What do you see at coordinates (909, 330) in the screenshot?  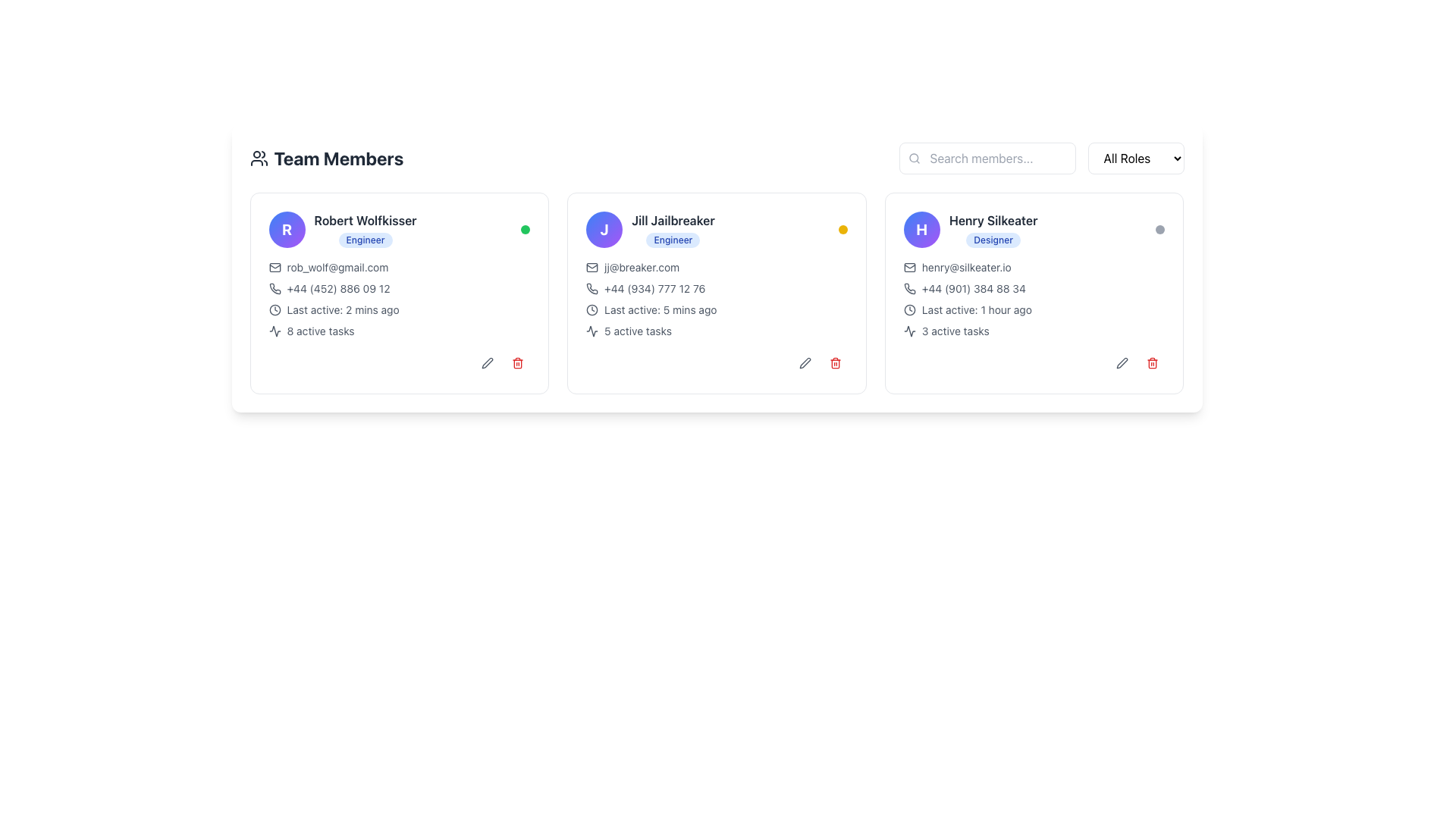 I see `SVG Graphic Icon representing activity or analytics, located at the bottom of the third user profile card, to the left of the trash bin icon` at bounding box center [909, 330].